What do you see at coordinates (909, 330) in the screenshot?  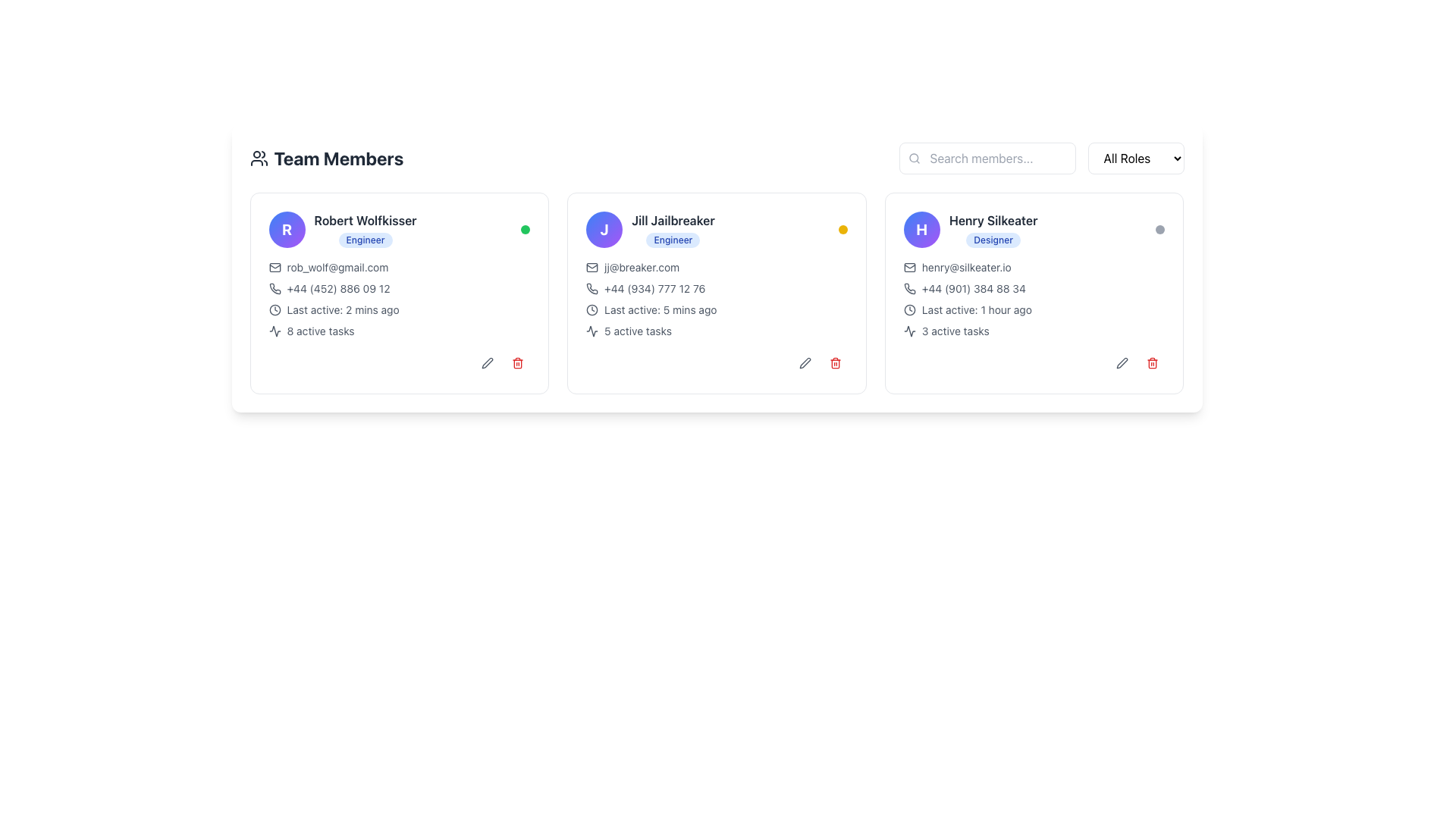 I see `SVG Graphic Icon representing activity or analytics, located at the bottom of the third user profile card, to the left of the trash bin icon` at bounding box center [909, 330].